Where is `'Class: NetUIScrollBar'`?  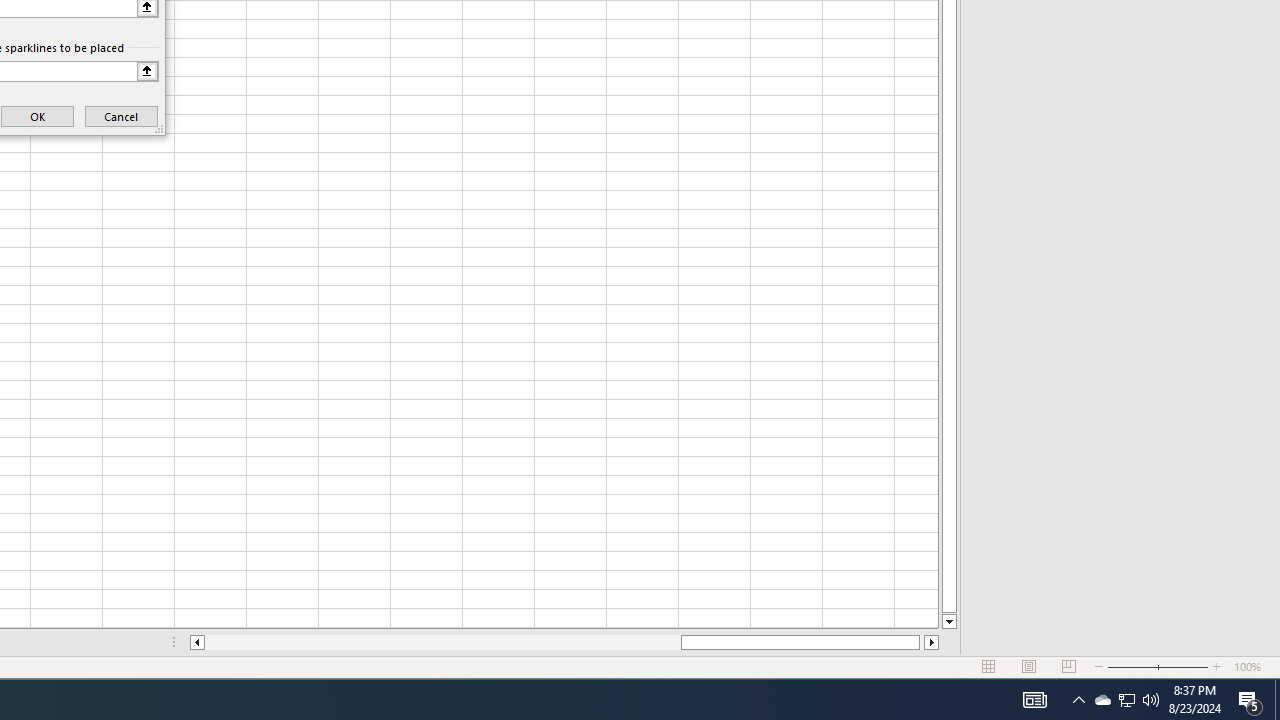
'Class: NetUIScrollBar' is located at coordinates (563, 642).